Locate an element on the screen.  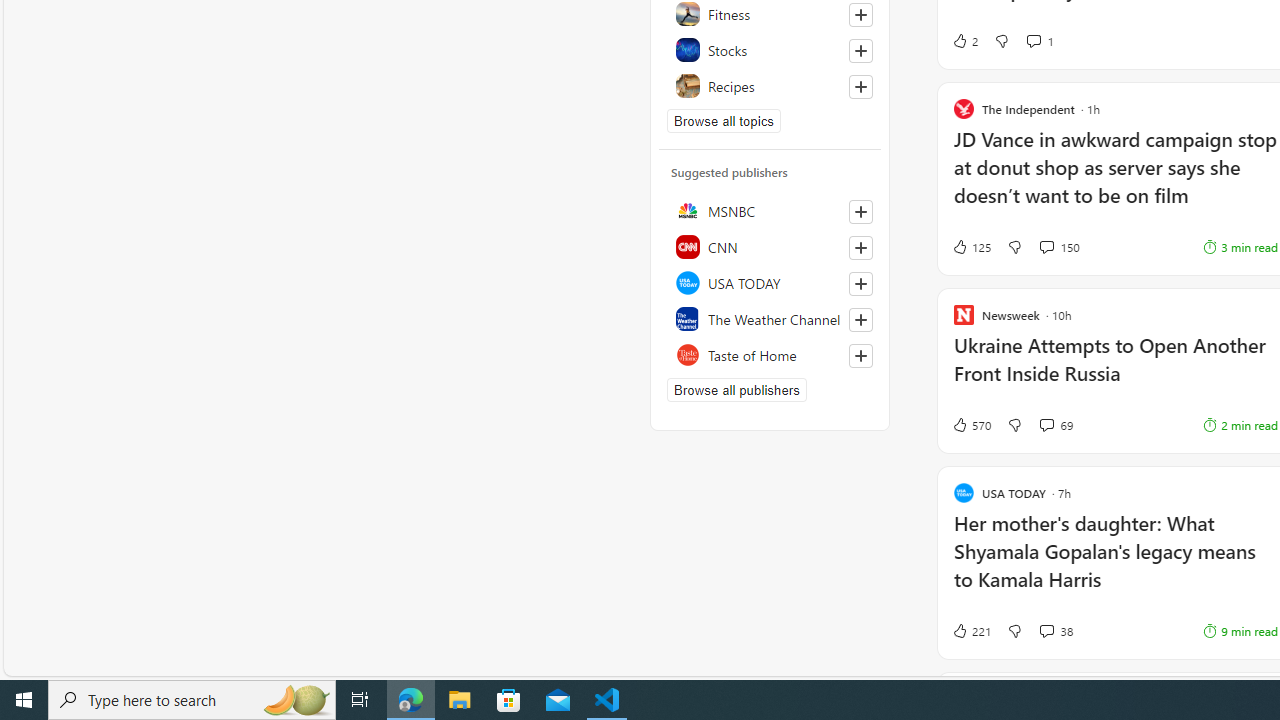
'CNN' is located at coordinates (769, 245).